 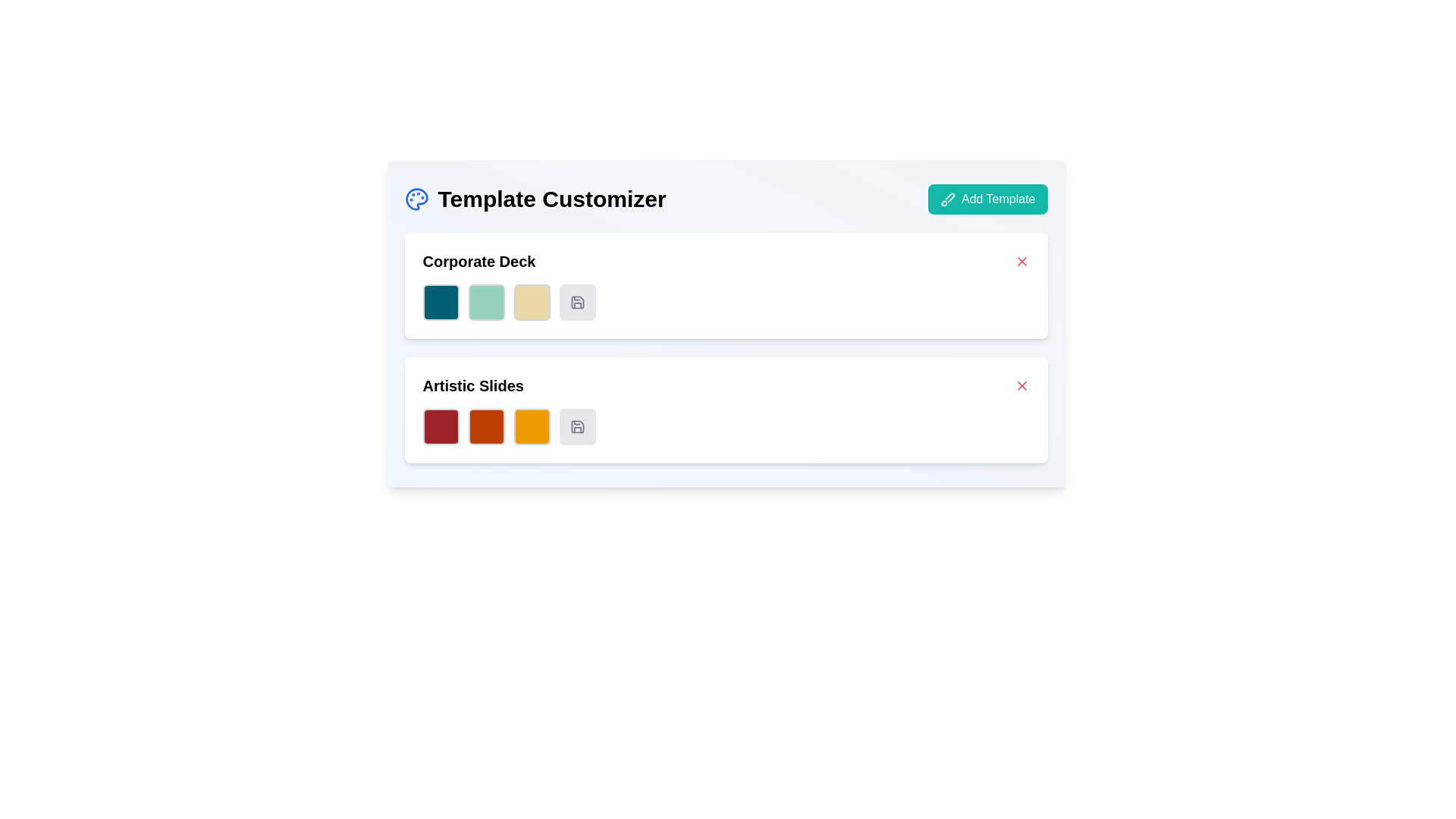 I want to click on the third color selection square in the Artistic Slides section, so click(x=532, y=427).